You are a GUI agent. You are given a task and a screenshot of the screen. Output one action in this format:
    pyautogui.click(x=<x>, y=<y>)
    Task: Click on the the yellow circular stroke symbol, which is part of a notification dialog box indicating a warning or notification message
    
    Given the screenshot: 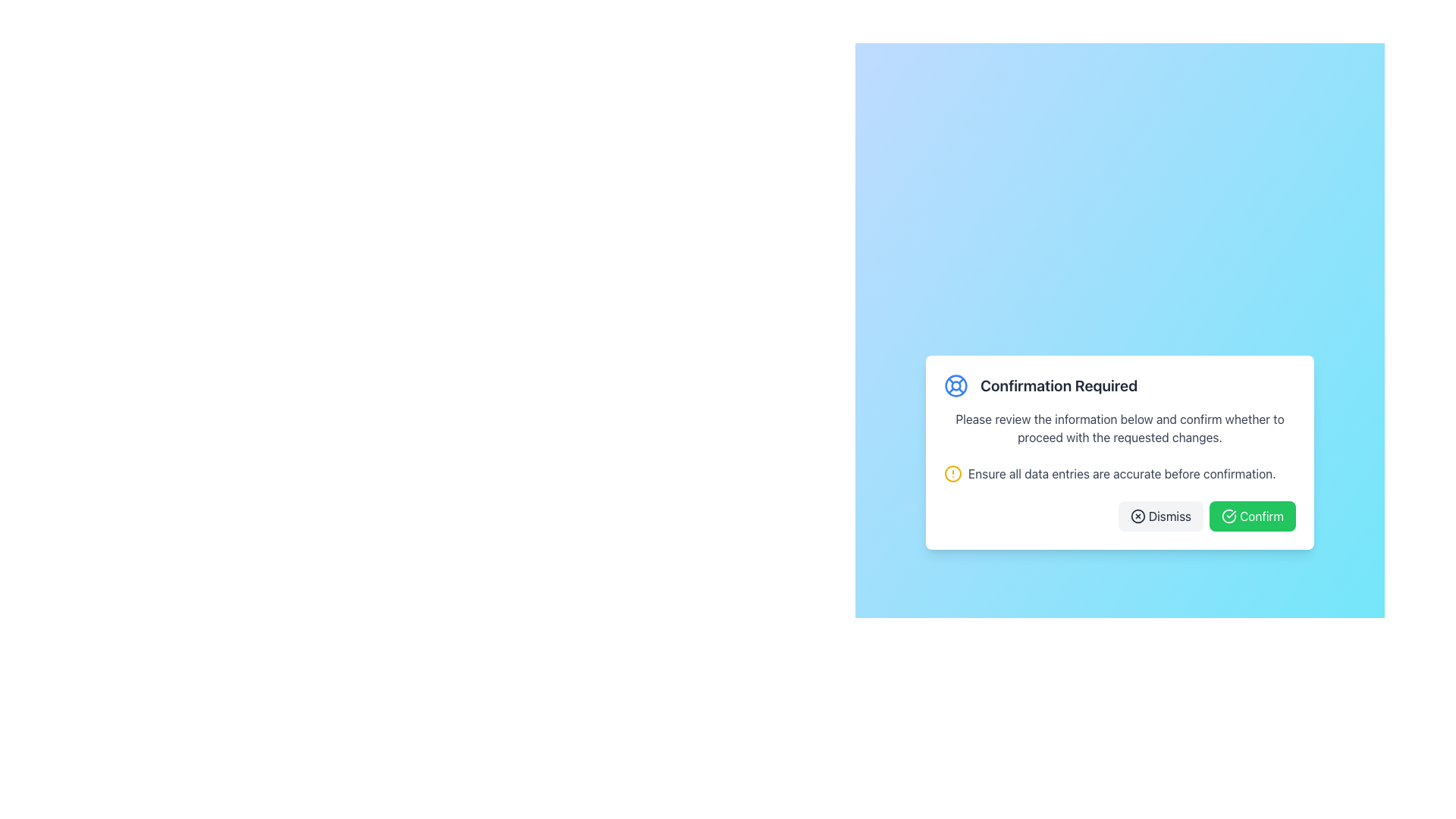 What is the action you would take?
    pyautogui.click(x=952, y=472)
    